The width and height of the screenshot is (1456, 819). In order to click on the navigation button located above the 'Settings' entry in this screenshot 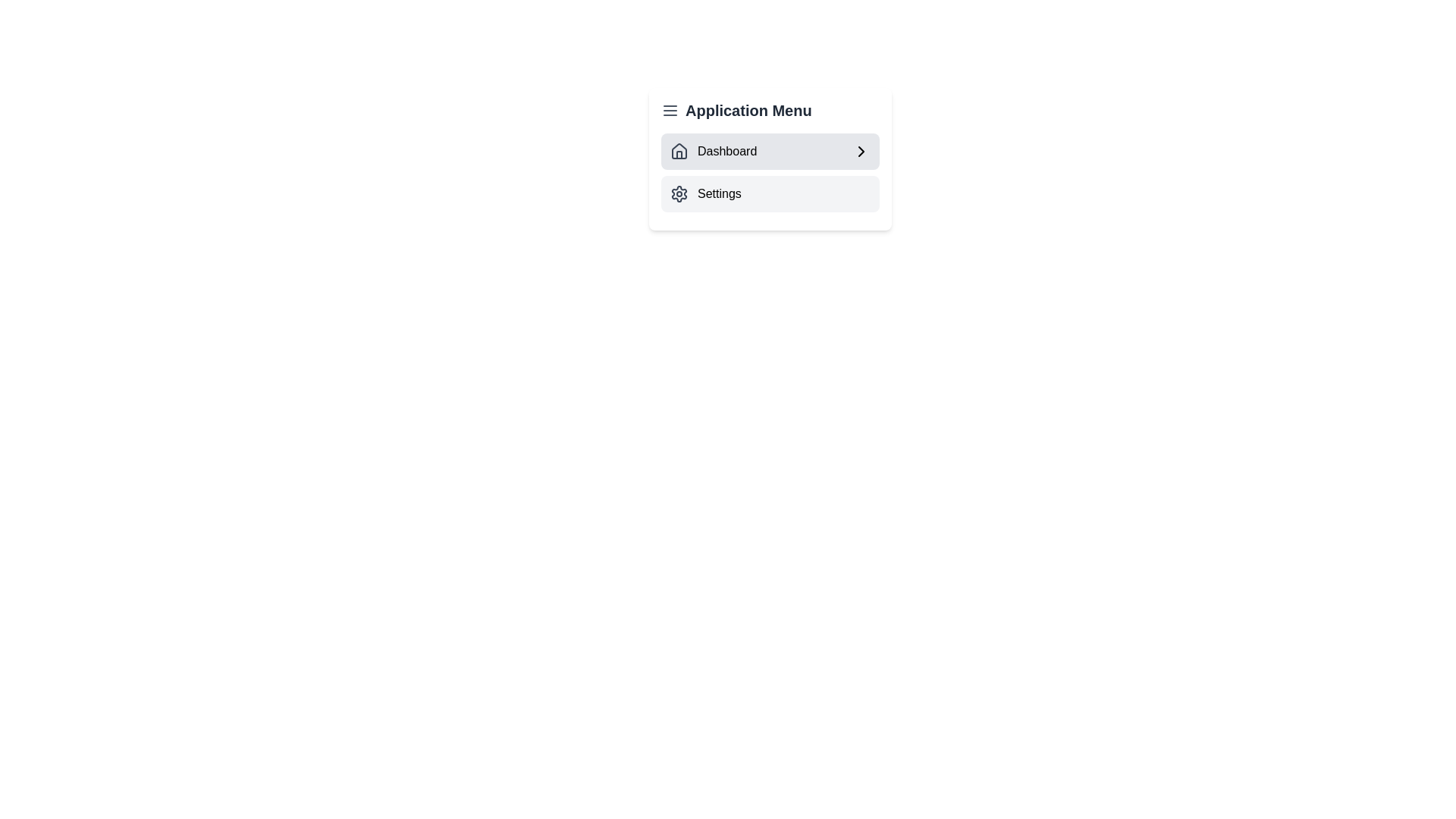, I will do `click(770, 152)`.